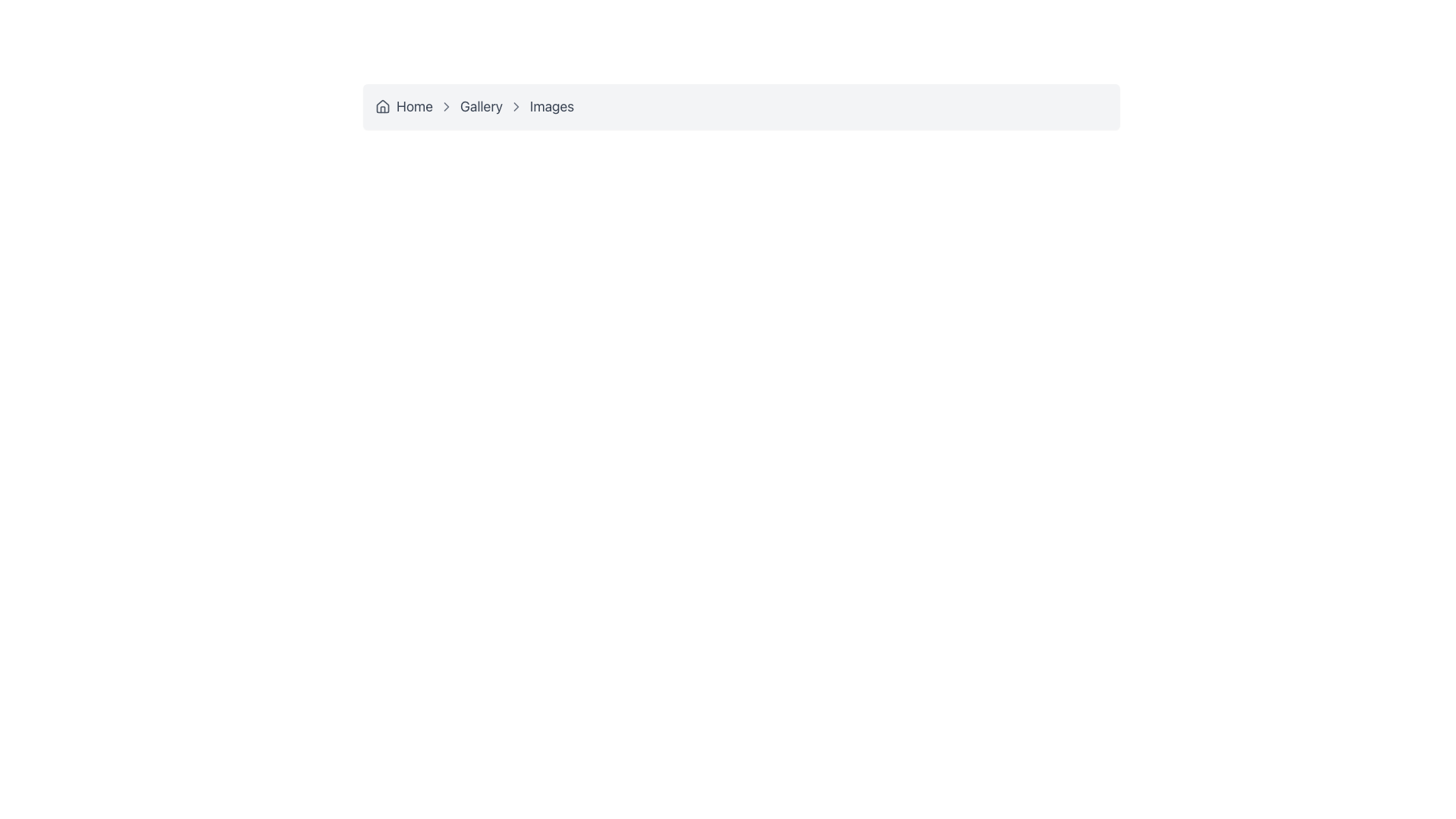 This screenshot has height=819, width=1456. What do you see at coordinates (481, 106) in the screenshot?
I see `the 'Gallery' link in the breadcrumb navigation bar, which is positioned between 'Home' and 'Images'` at bounding box center [481, 106].